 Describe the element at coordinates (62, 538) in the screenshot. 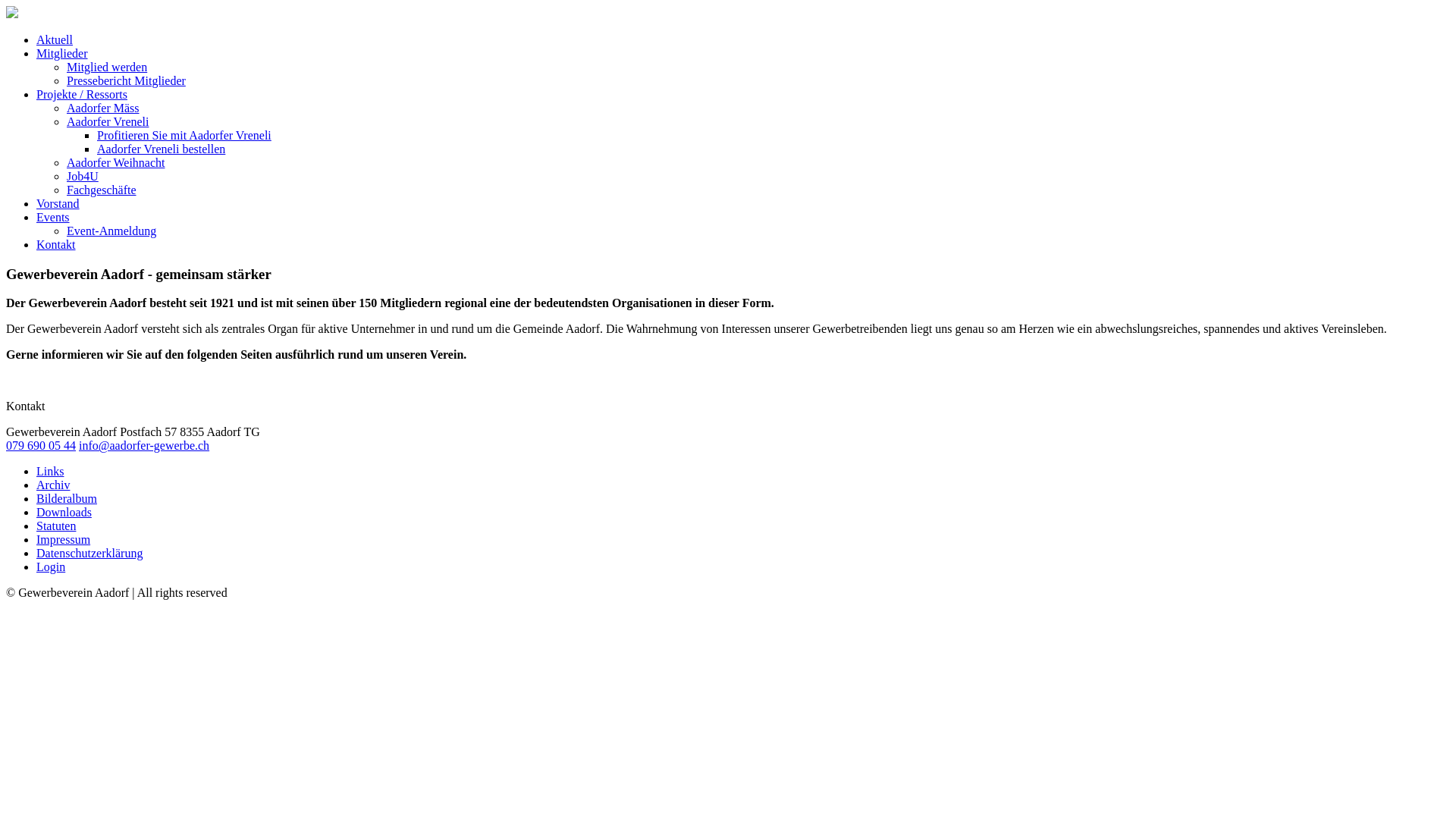

I see `'Impressum'` at that location.